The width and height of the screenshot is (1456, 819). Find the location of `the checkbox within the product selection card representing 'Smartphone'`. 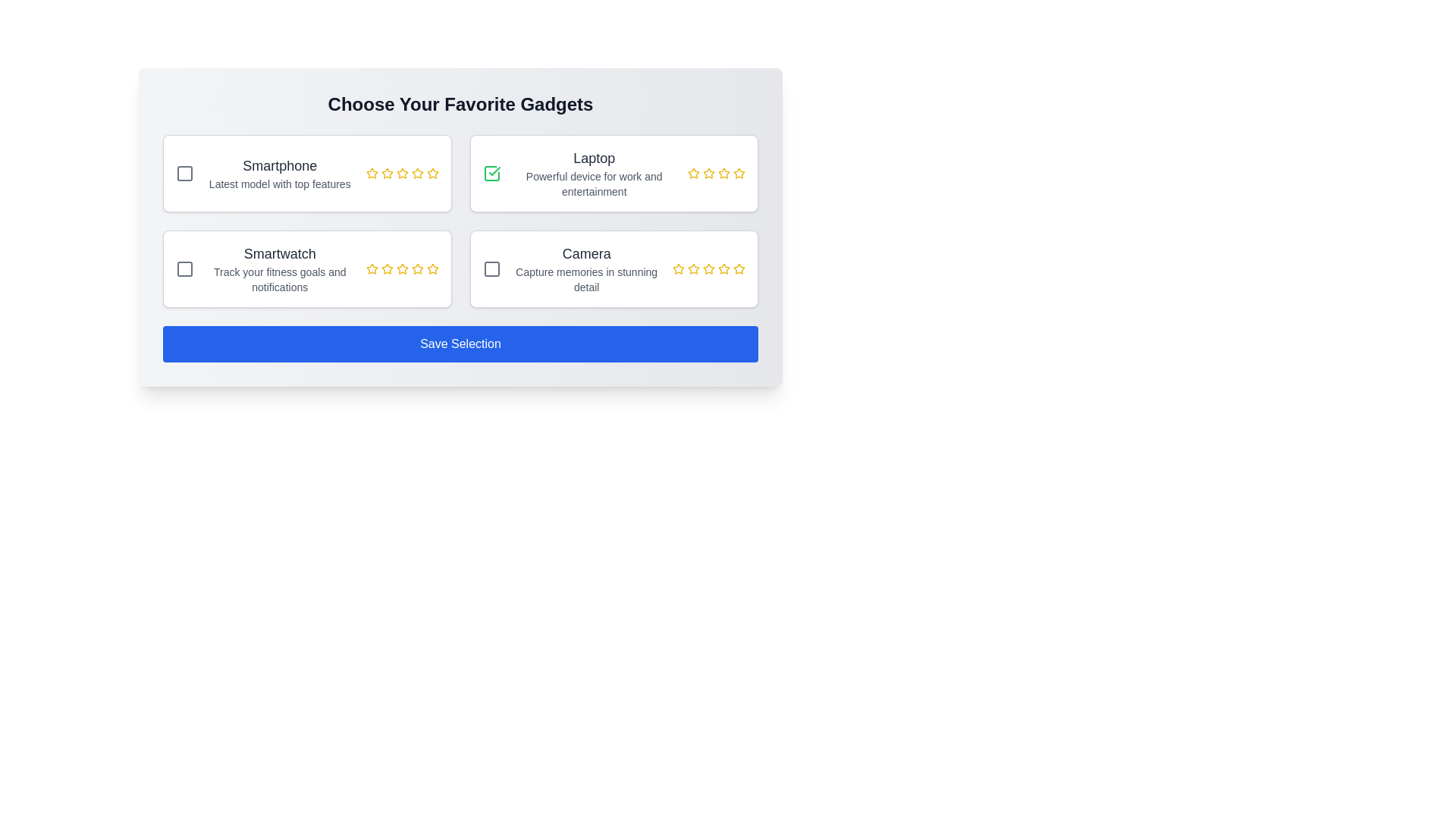

the checkbox within the product selection card representing 'Smartphone' is located at coordinates (306, 172).